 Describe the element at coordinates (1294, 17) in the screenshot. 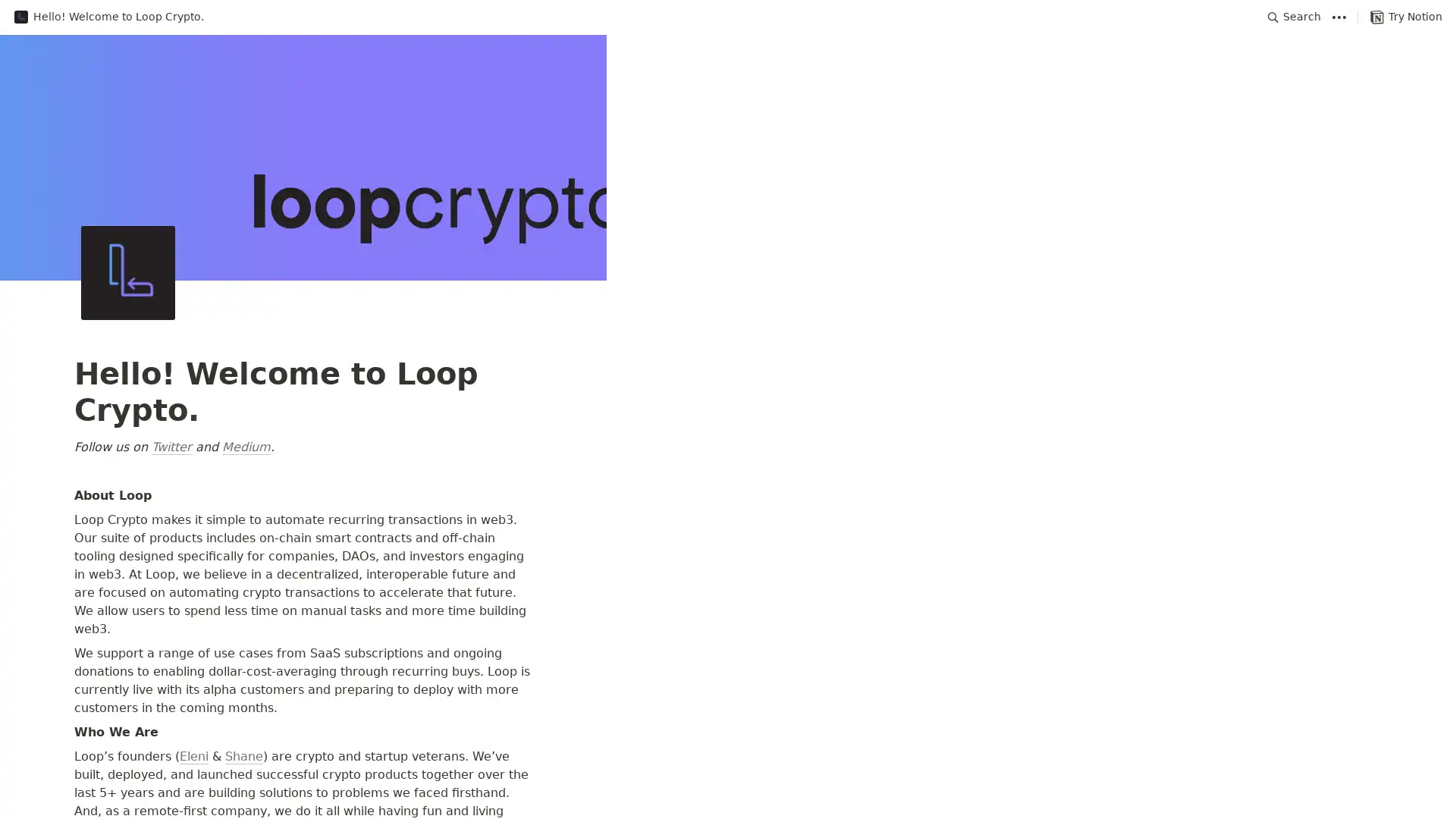

I see `Search` at that location.